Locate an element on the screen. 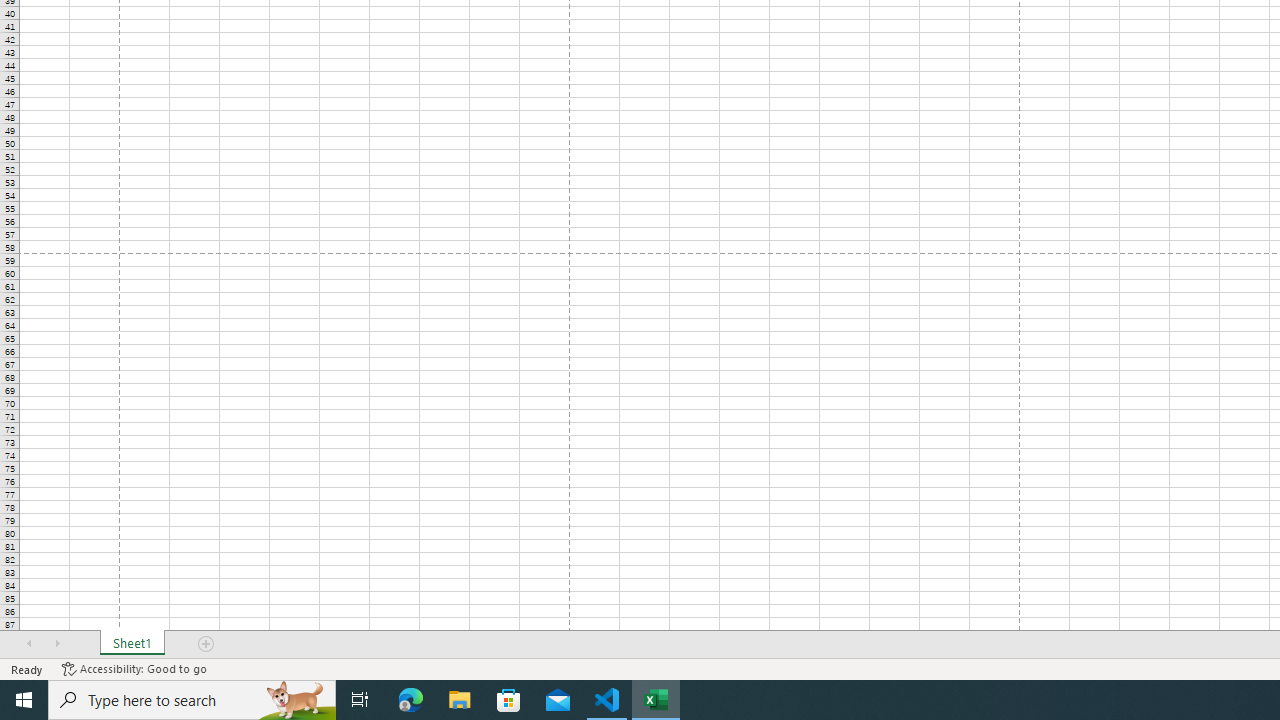  'Accessibility Checker Accessibility: Good to go' is located at coordinates (133, 669).